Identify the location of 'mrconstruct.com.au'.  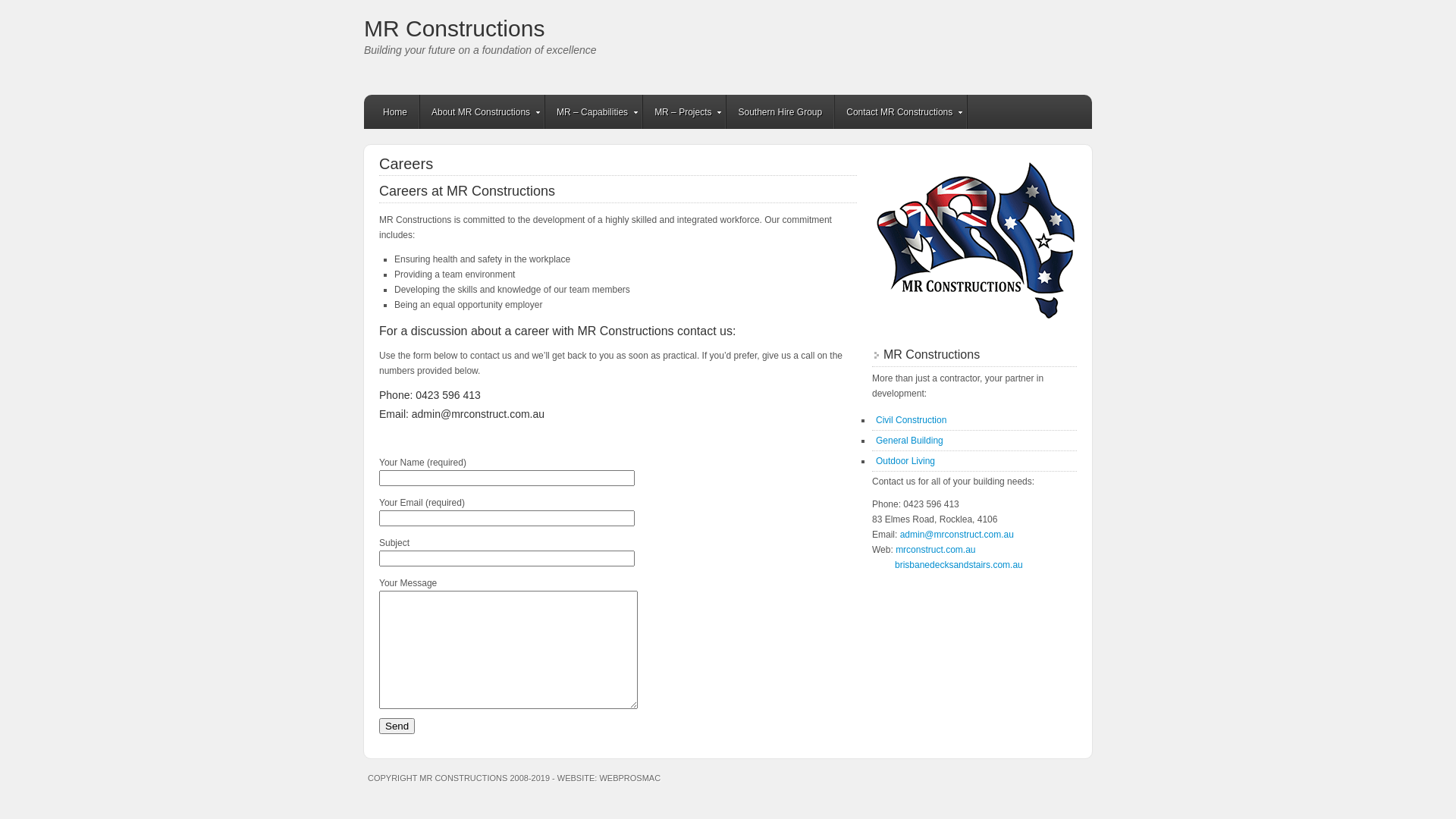
(934, 550).